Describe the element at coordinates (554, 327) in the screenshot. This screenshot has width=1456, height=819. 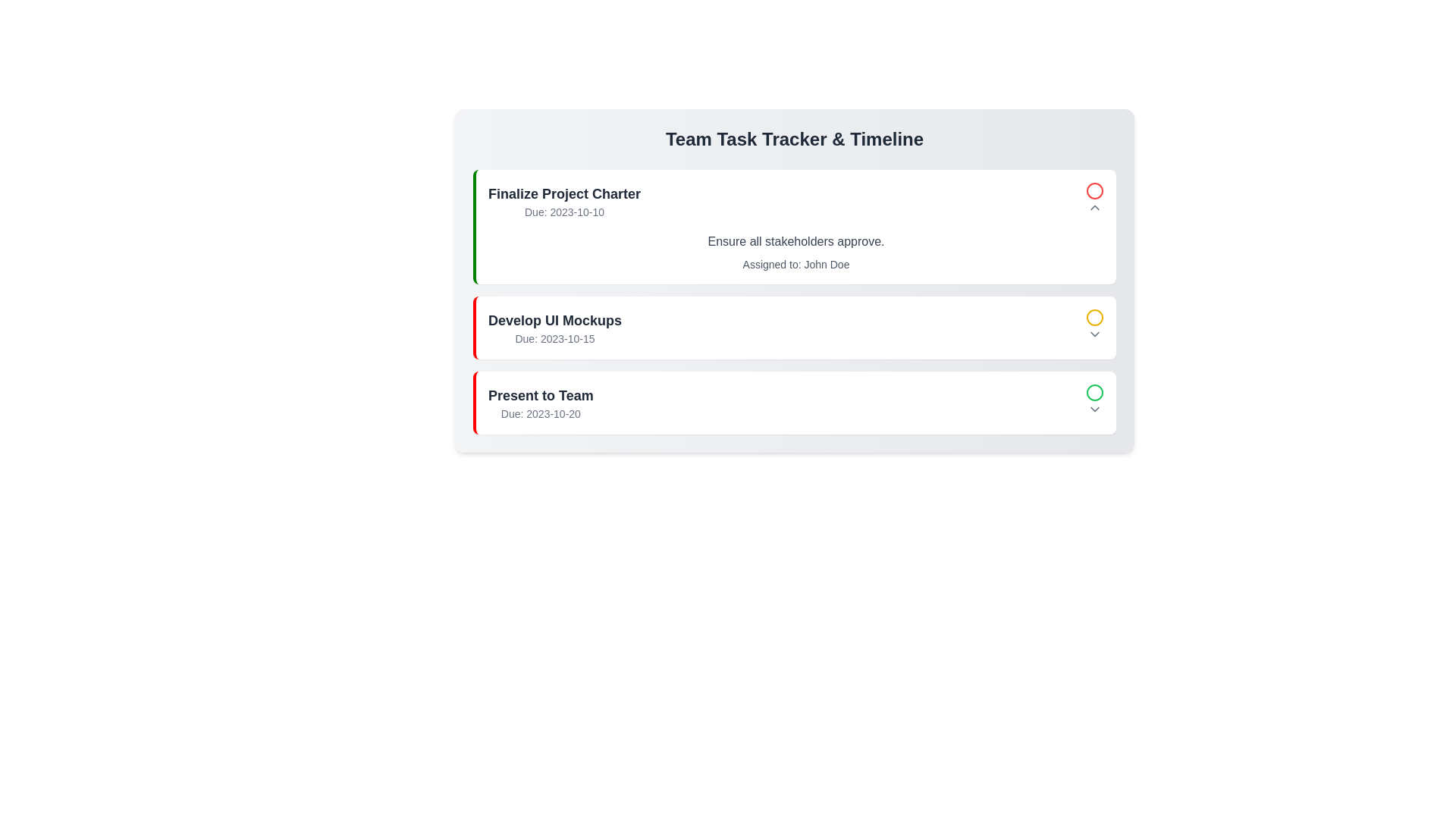
I see `information presented in the text block titled 'Develop UI Mockups', which includes the due date 'Due: 2023-10-15'` at that location.